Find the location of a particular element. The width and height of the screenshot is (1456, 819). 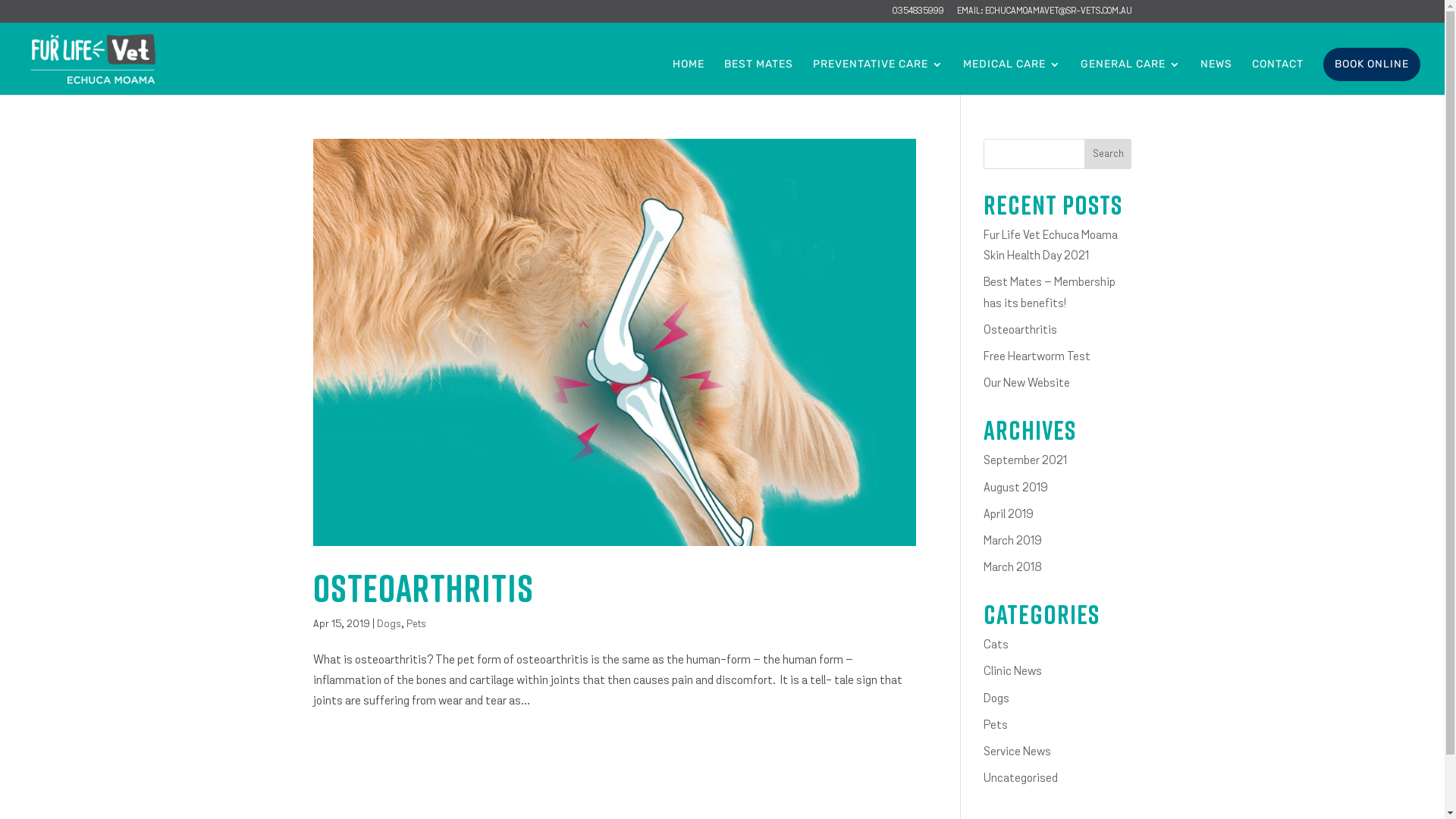

'April 2019' is located at coordinates (1008, 513).